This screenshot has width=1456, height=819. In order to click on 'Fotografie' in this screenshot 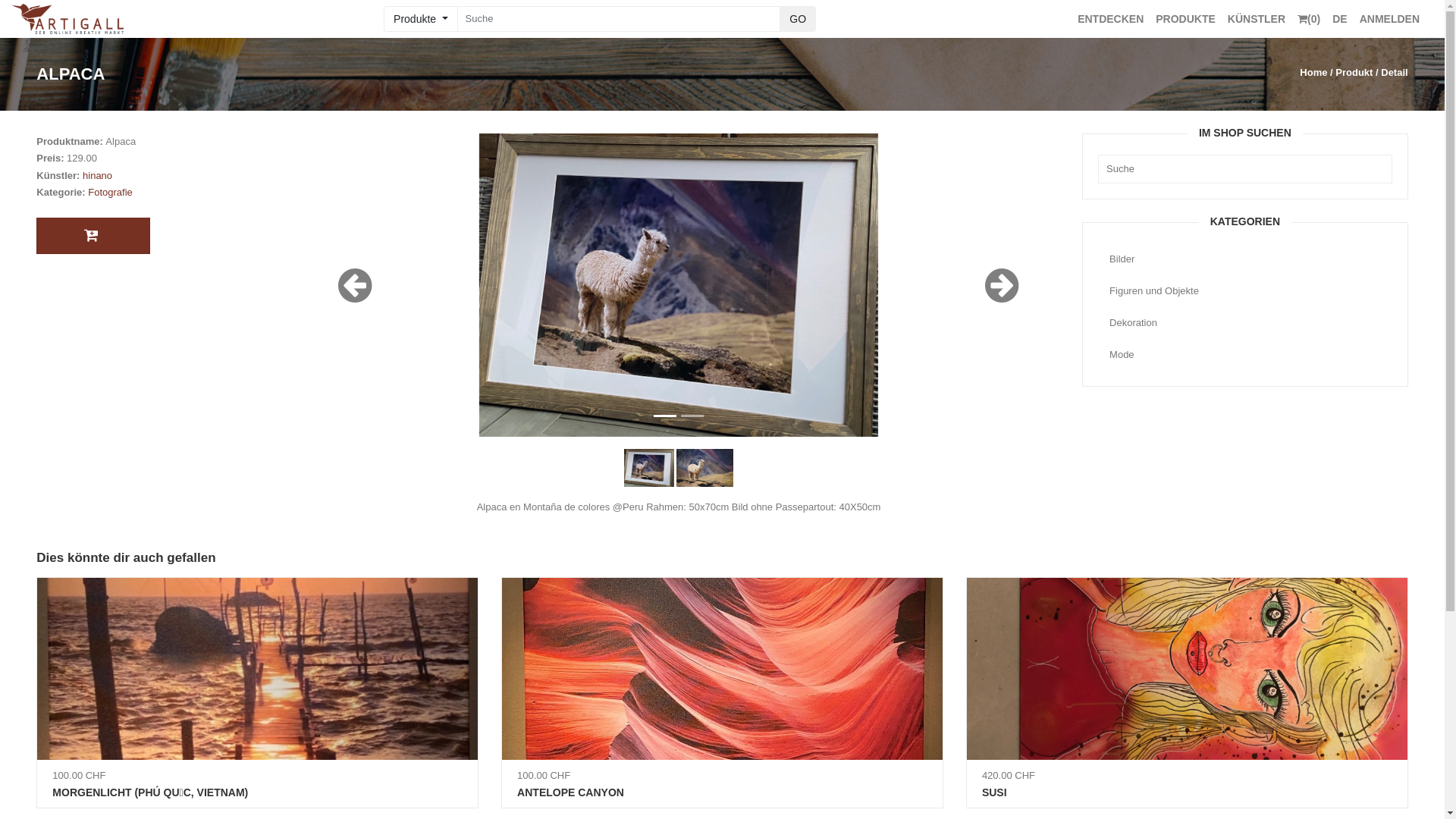, I will do `click(109, 191)`.